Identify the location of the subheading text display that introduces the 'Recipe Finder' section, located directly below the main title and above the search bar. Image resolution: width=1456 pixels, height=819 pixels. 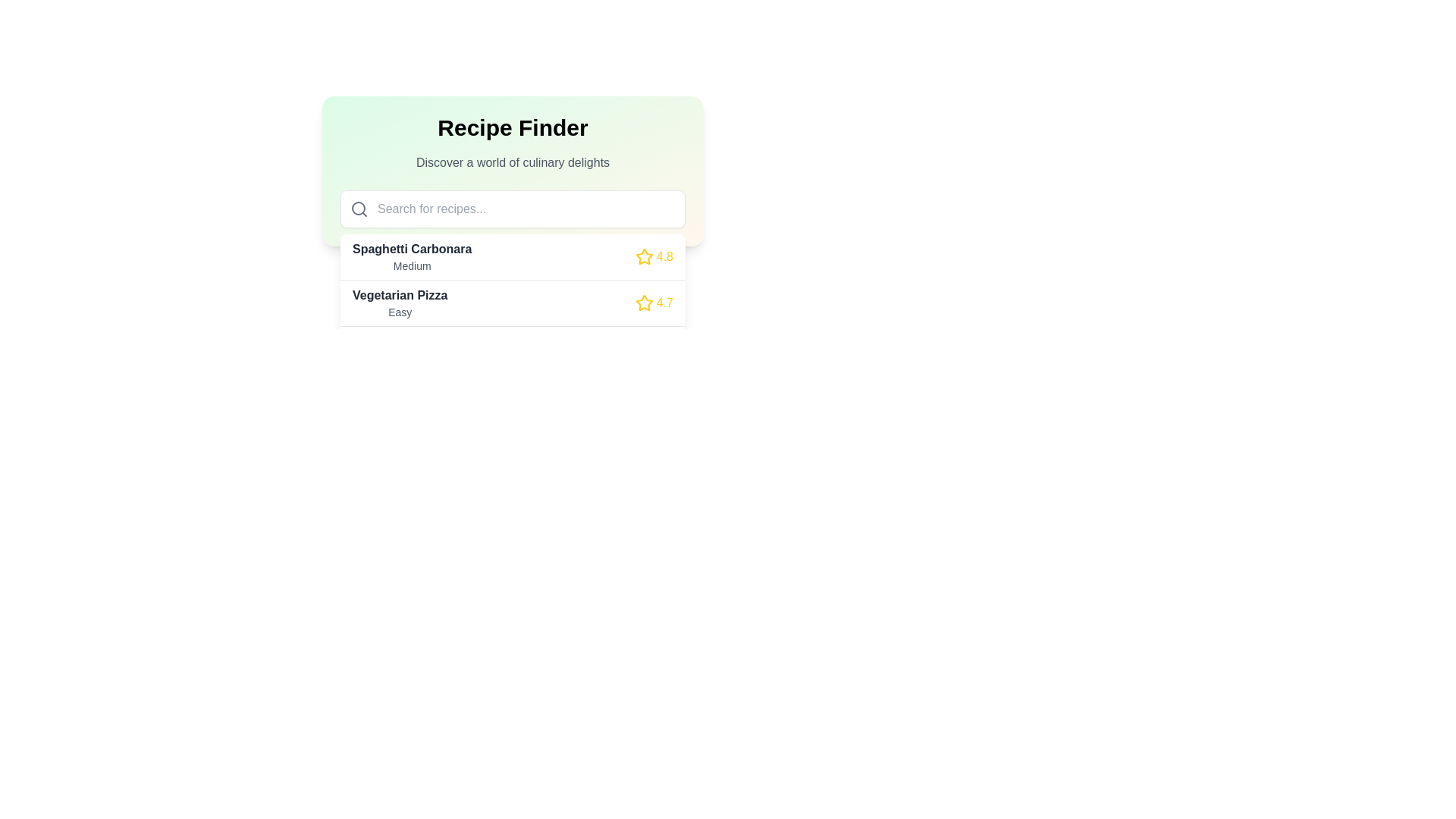
(513, 163).